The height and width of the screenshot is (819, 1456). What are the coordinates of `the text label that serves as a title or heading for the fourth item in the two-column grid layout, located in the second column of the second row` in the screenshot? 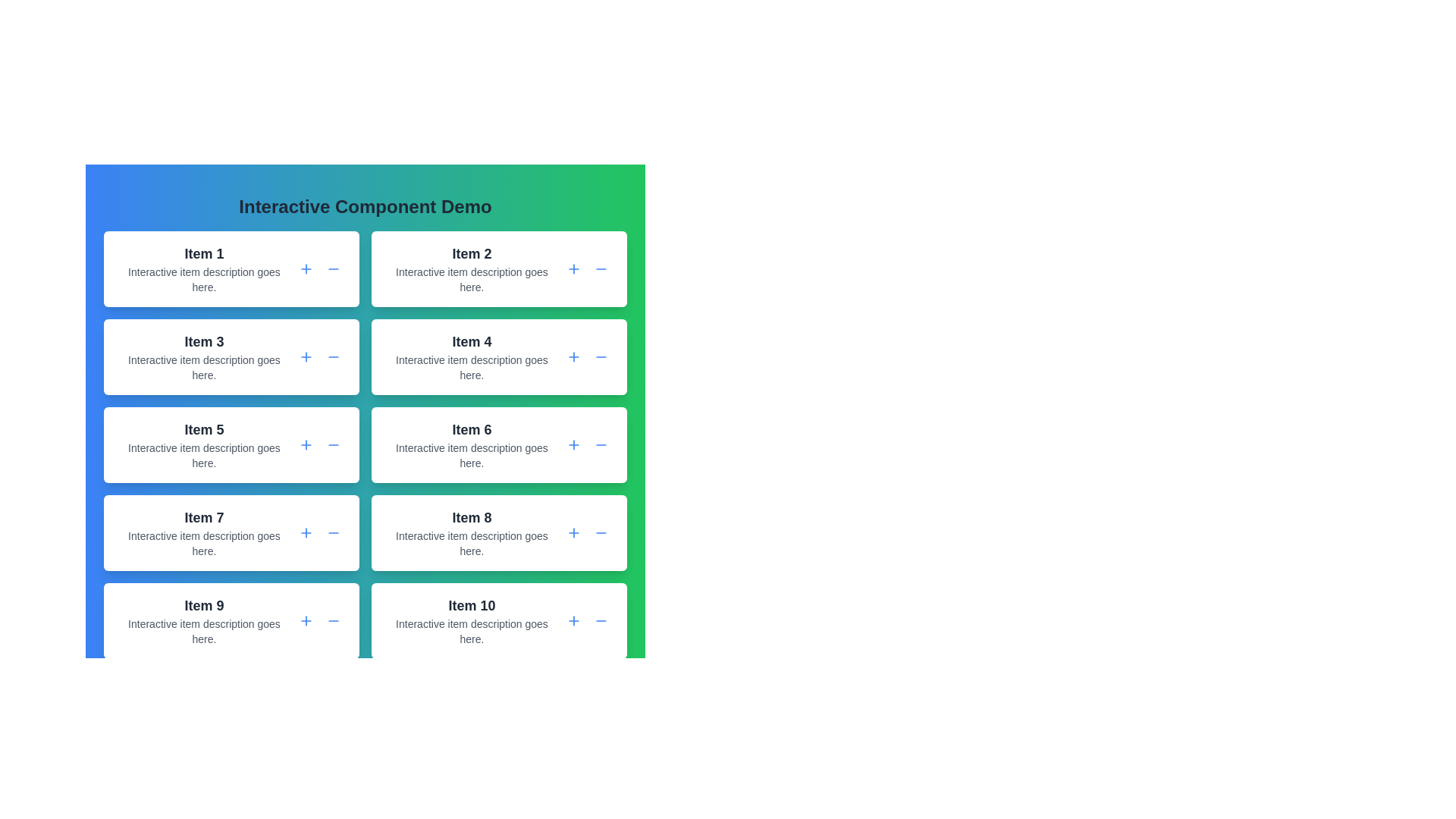 It's located at (471, 342).